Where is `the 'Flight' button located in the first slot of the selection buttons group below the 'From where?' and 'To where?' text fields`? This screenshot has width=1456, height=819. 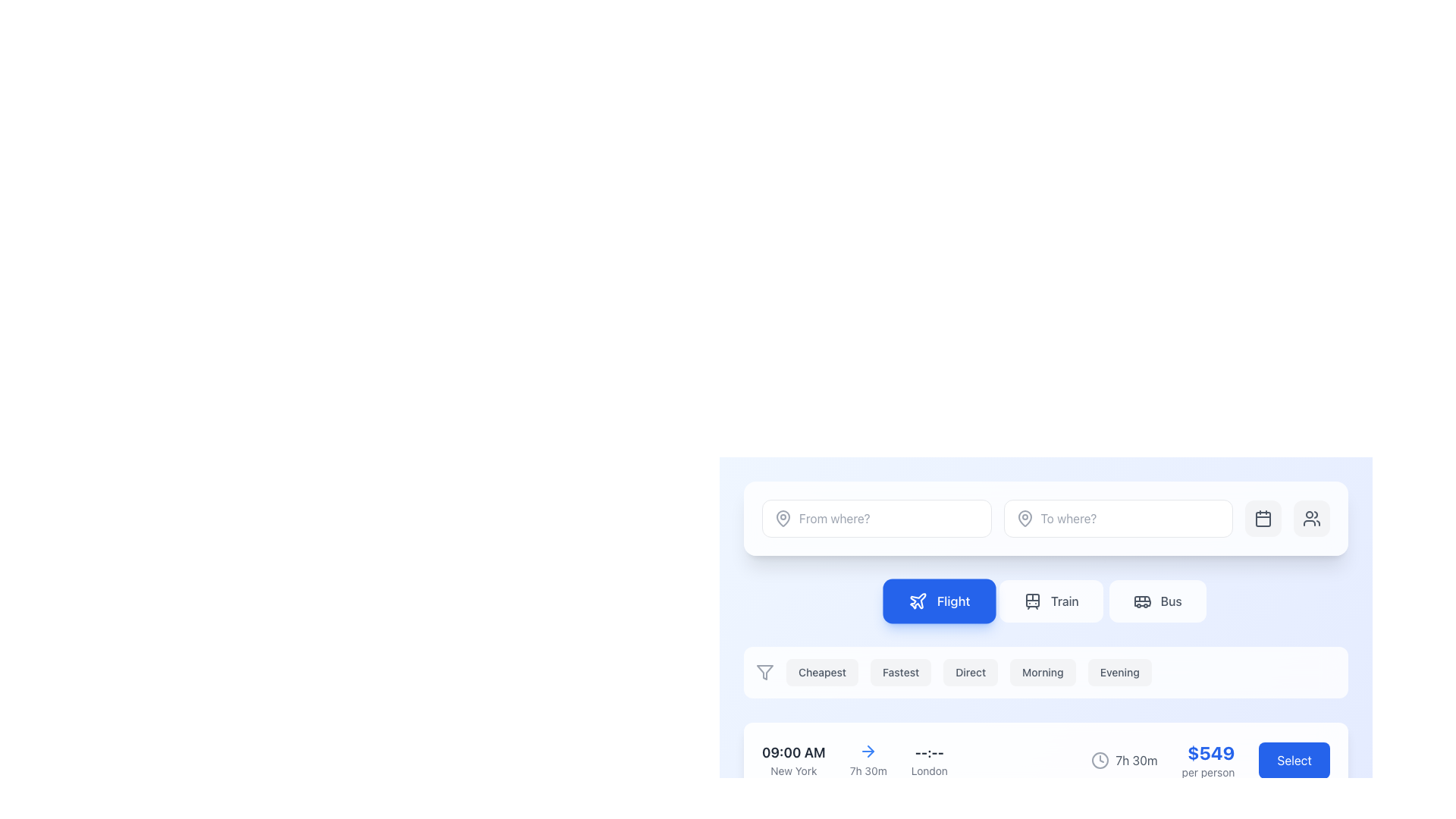 the 'Flight' button located in the first slot of the selection buttons group below the 'From where?' and 'To where?' text fields is located at coordinates (938, 601).